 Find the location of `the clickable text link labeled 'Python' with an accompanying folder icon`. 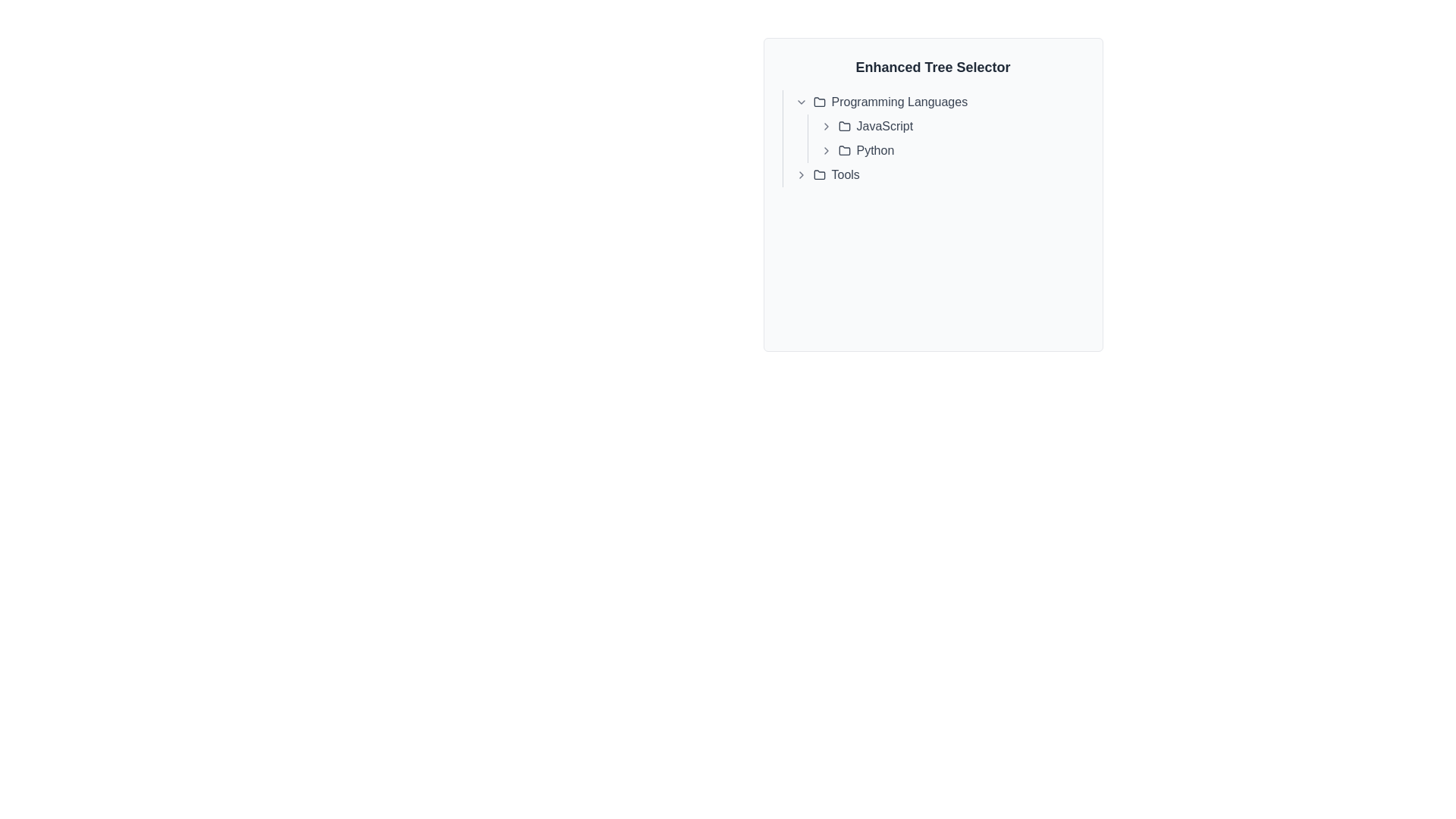

the clickable text link labeled 'Python' with an accompanying folder icon is located at coordinates (866, 151).